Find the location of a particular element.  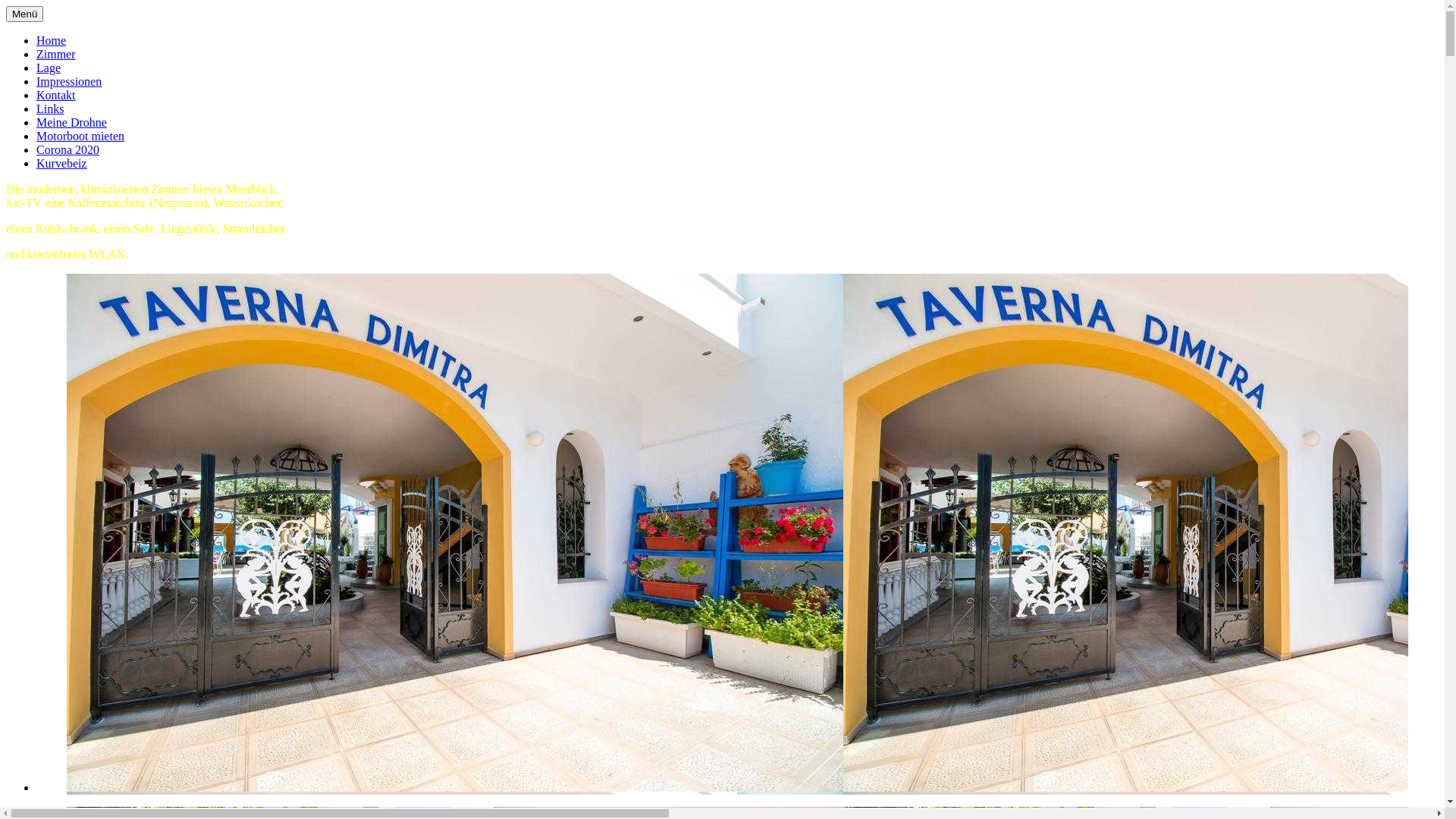

'Links' is located at coordinates (36, 108).